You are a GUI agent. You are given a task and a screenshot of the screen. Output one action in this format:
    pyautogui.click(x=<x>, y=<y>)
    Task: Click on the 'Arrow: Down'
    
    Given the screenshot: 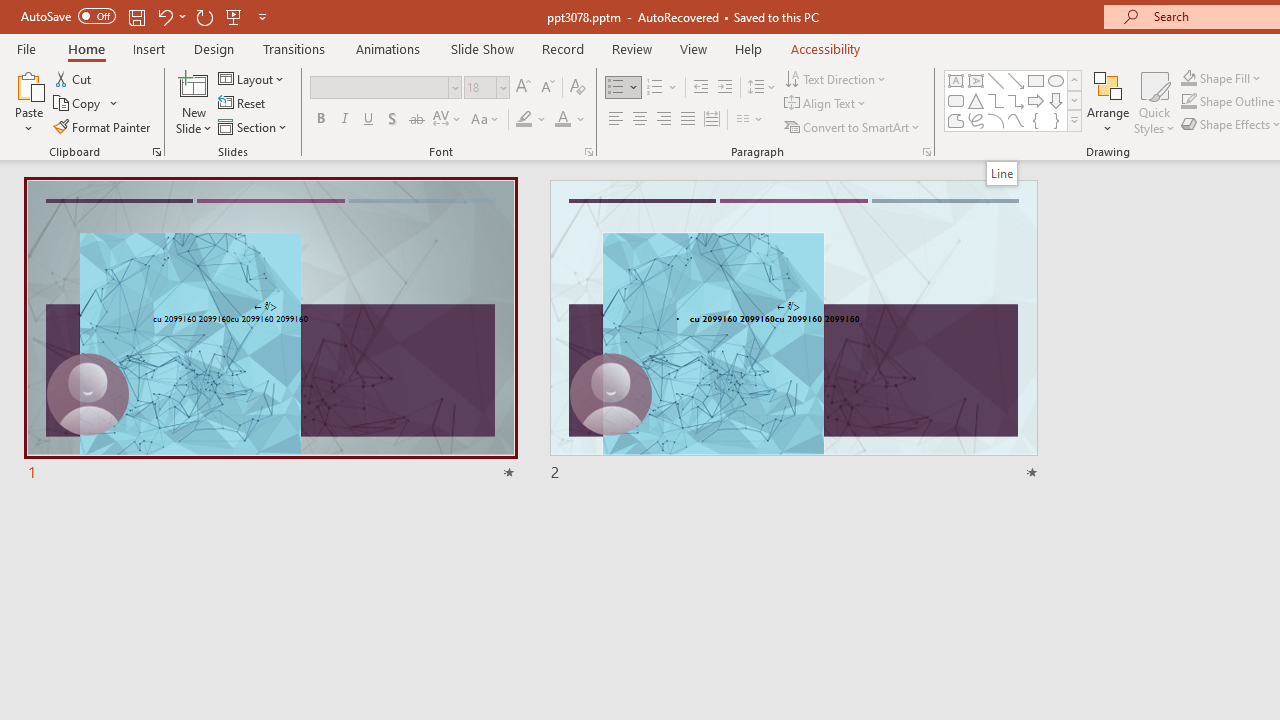 What is the action you would take?
    pyautogui.click(x=1055, y=100)
    